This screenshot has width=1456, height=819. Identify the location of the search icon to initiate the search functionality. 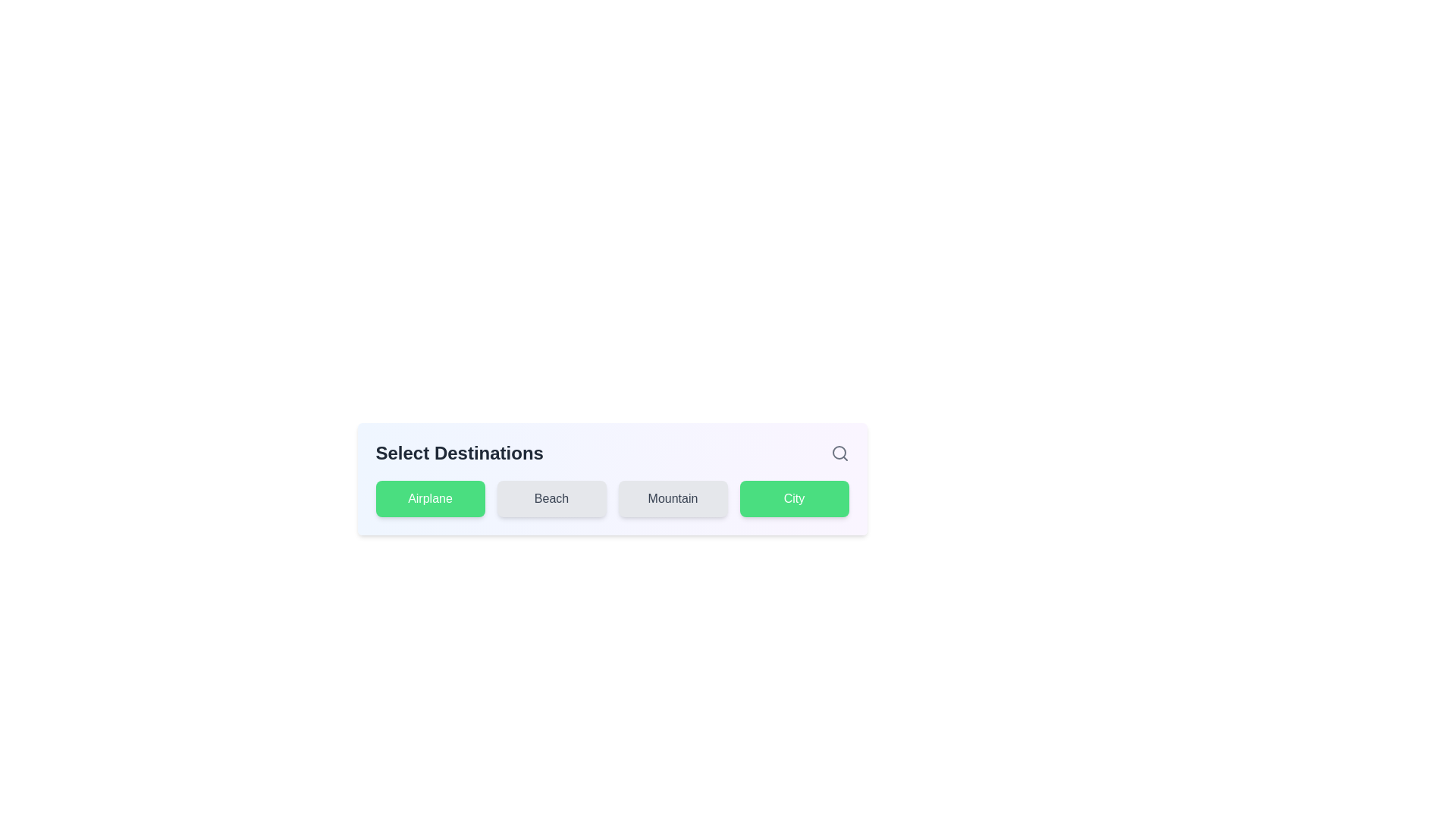
(839, 452).